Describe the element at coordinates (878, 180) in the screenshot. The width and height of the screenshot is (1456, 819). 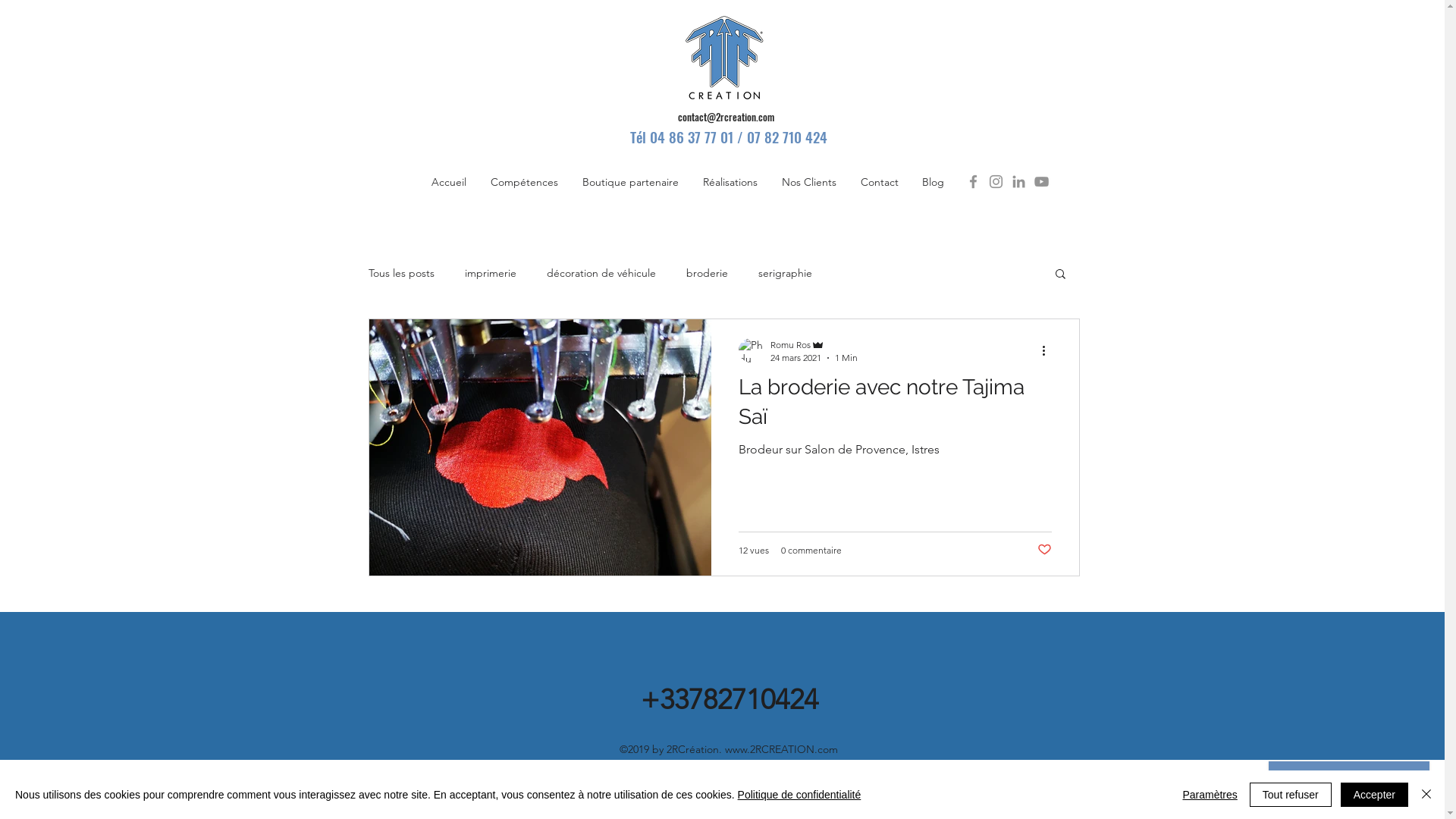
I see `'Contact'` at that location.